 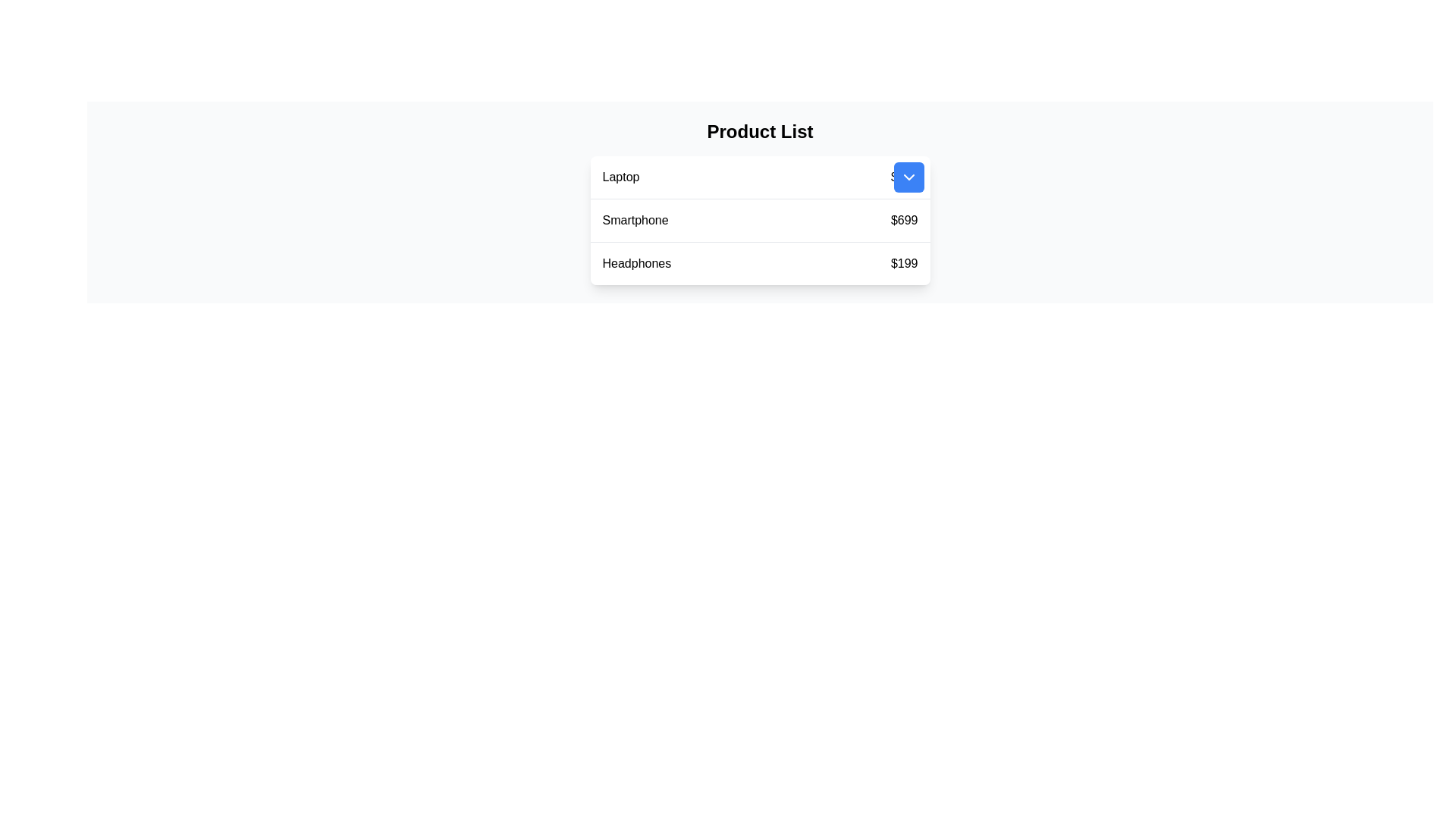 What do you see at coordinates (908, 177) in the screenshot?
I see `the button located in the top-right corner of the 'Laptop' list item priced at '$999'` at bounding box center [908, 177].